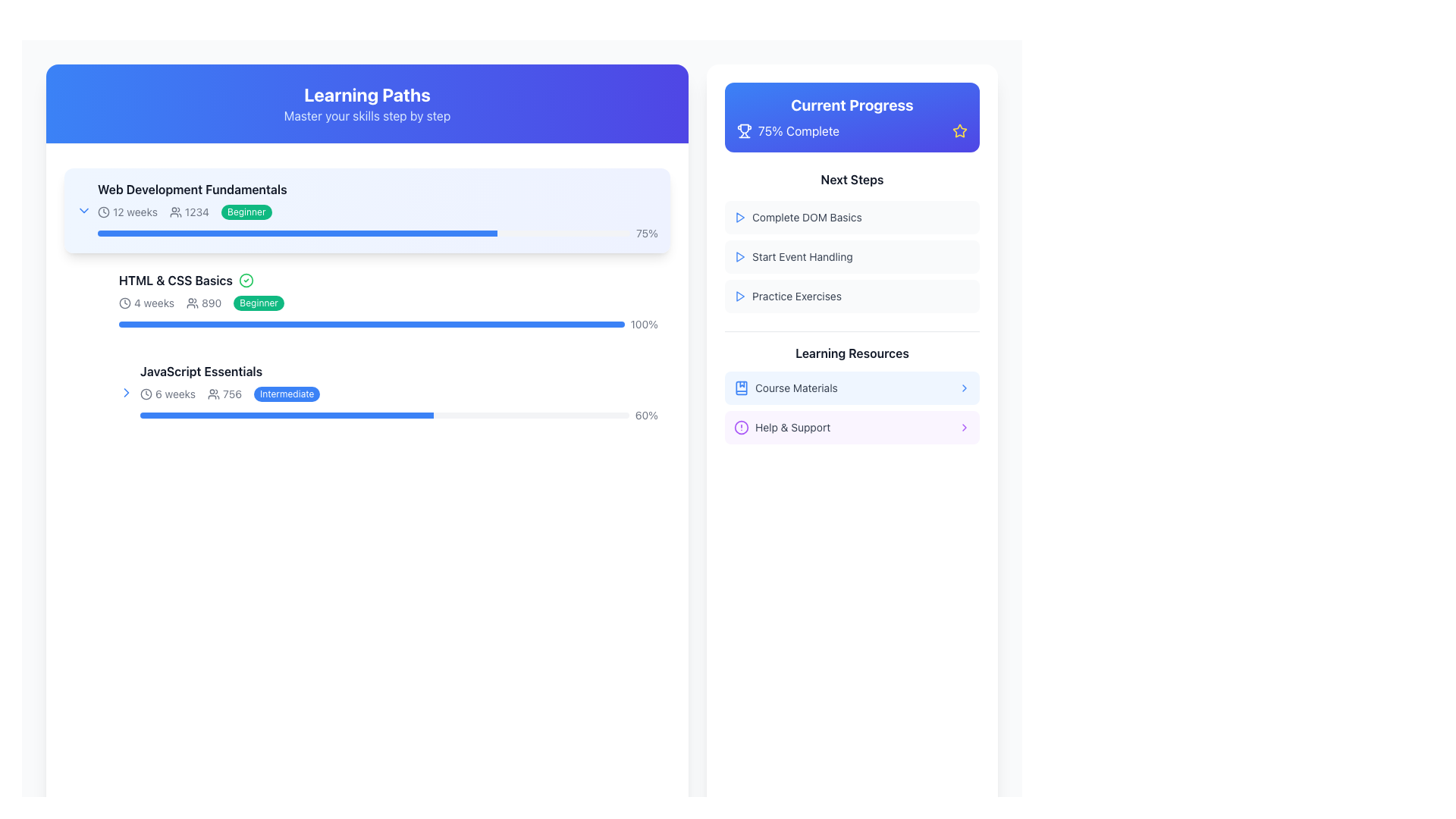 Image resolution: width=1456 pixels, height=819 pixels. I want to click on the small pill-shaped label with a green background and white text displaying 'Beginner', located in the 'HTML & CSS Basics' section, to the right of '890', so click(259, 303).